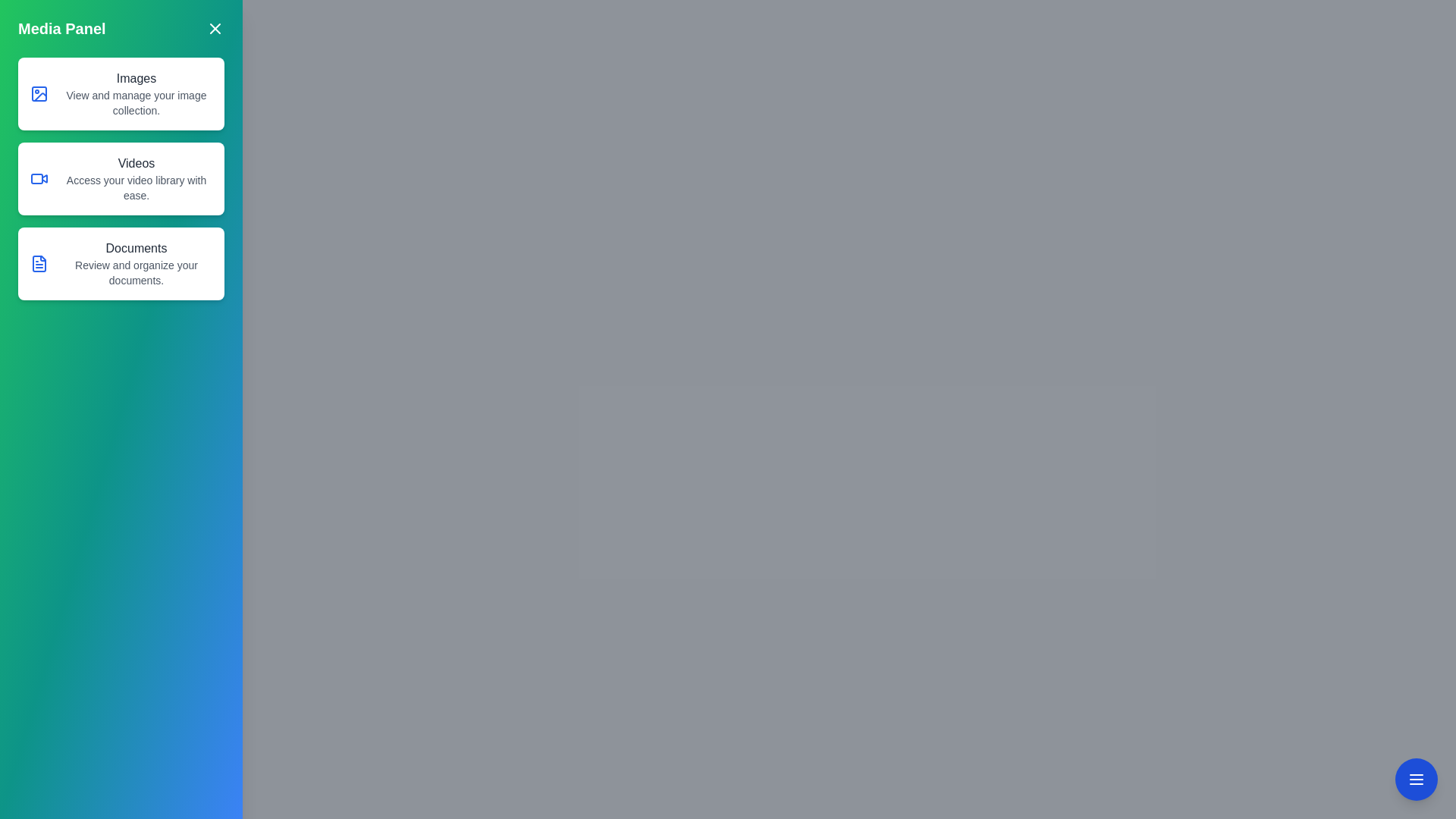 The width and height of the screenshot is (1456, 819). I want to click on text content of the 'Images' text label located at the upper-center position of the first card in the vertical list within the side panel, so click(136, 79).